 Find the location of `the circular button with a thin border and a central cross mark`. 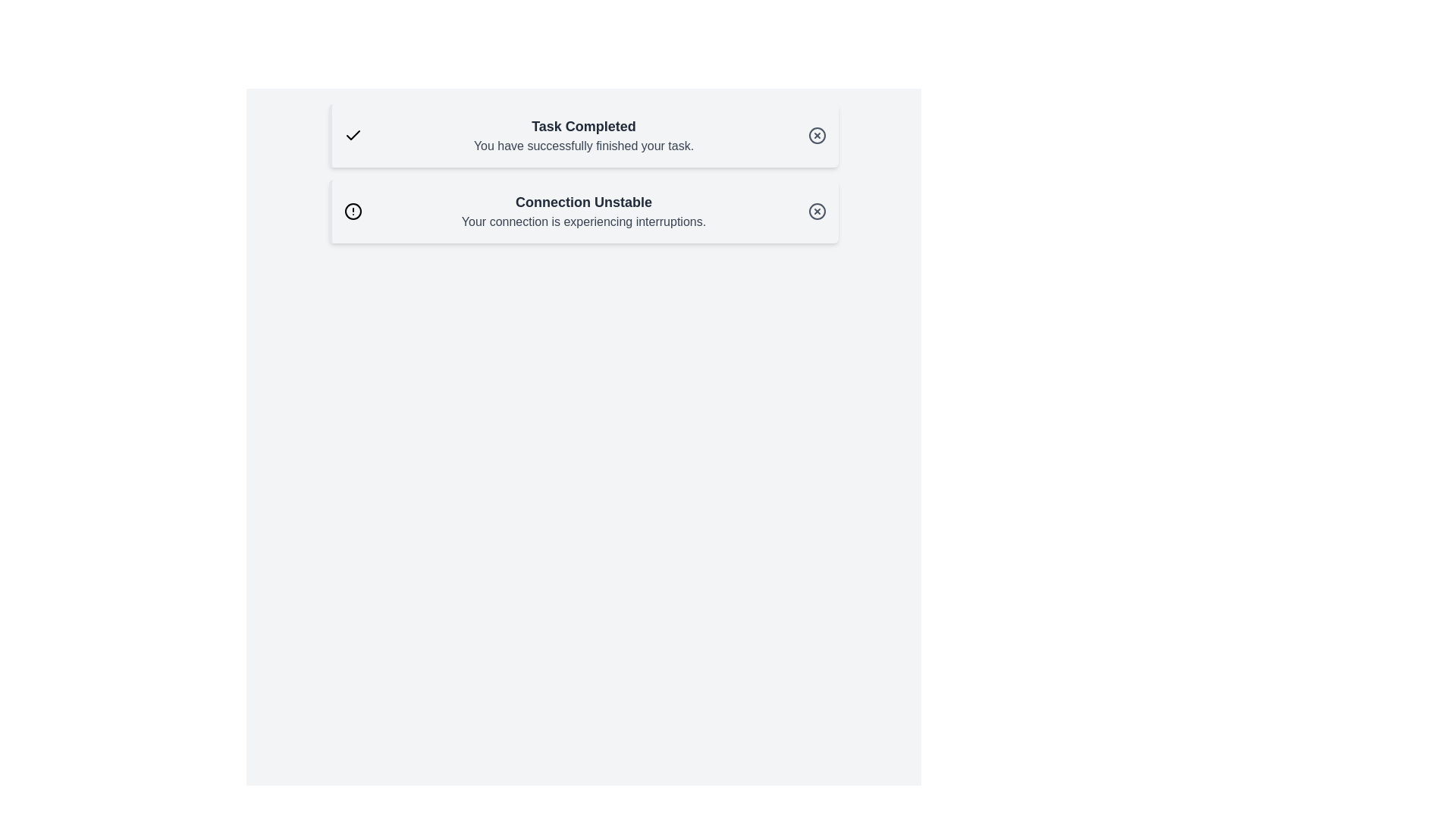

the circular button with a thin border and a central cross mark is located at coordinates (817, 211).